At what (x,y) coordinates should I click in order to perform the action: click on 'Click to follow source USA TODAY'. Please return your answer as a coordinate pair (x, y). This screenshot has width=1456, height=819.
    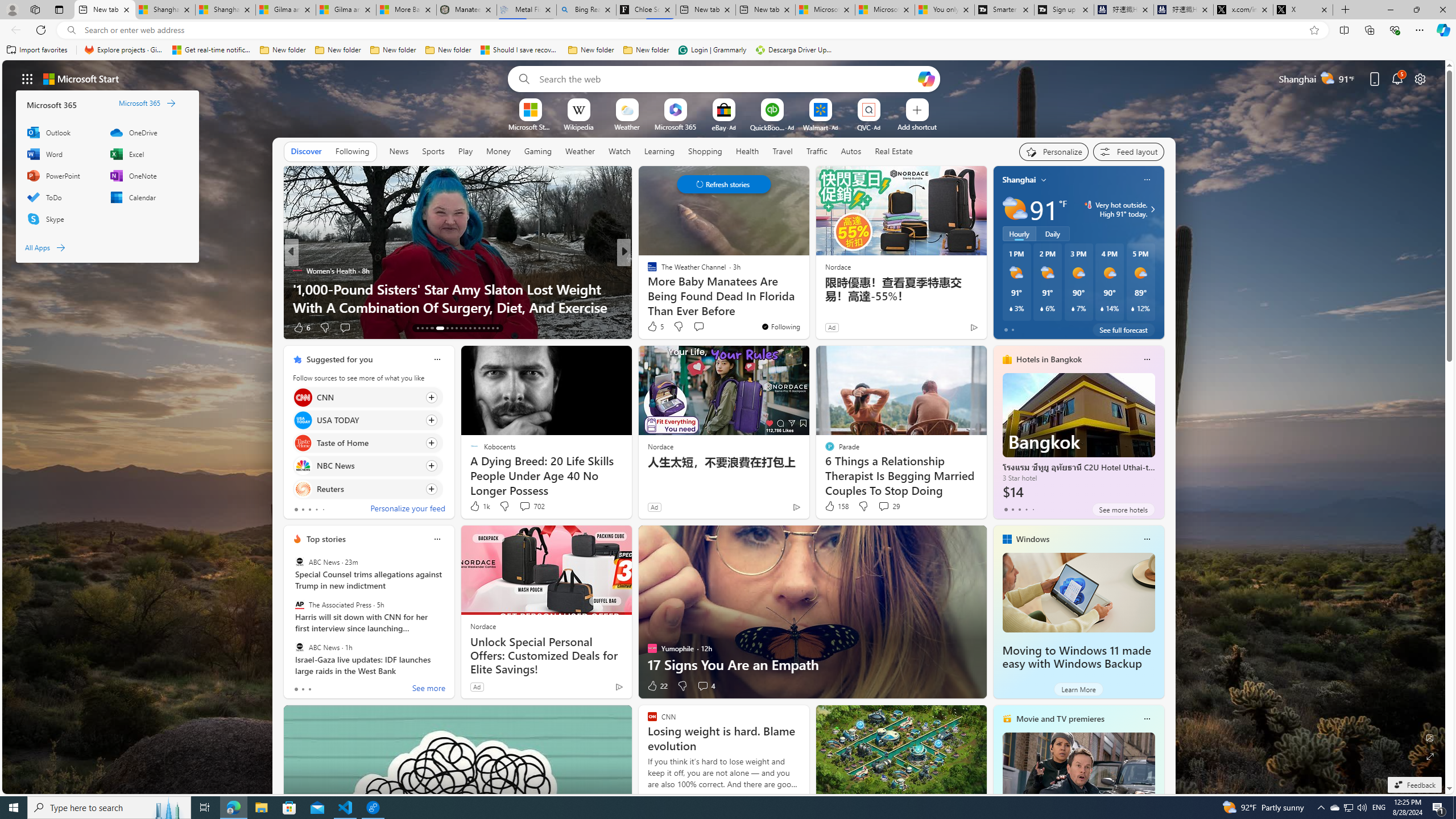
    Looking at the image, I should click on (367, 420).